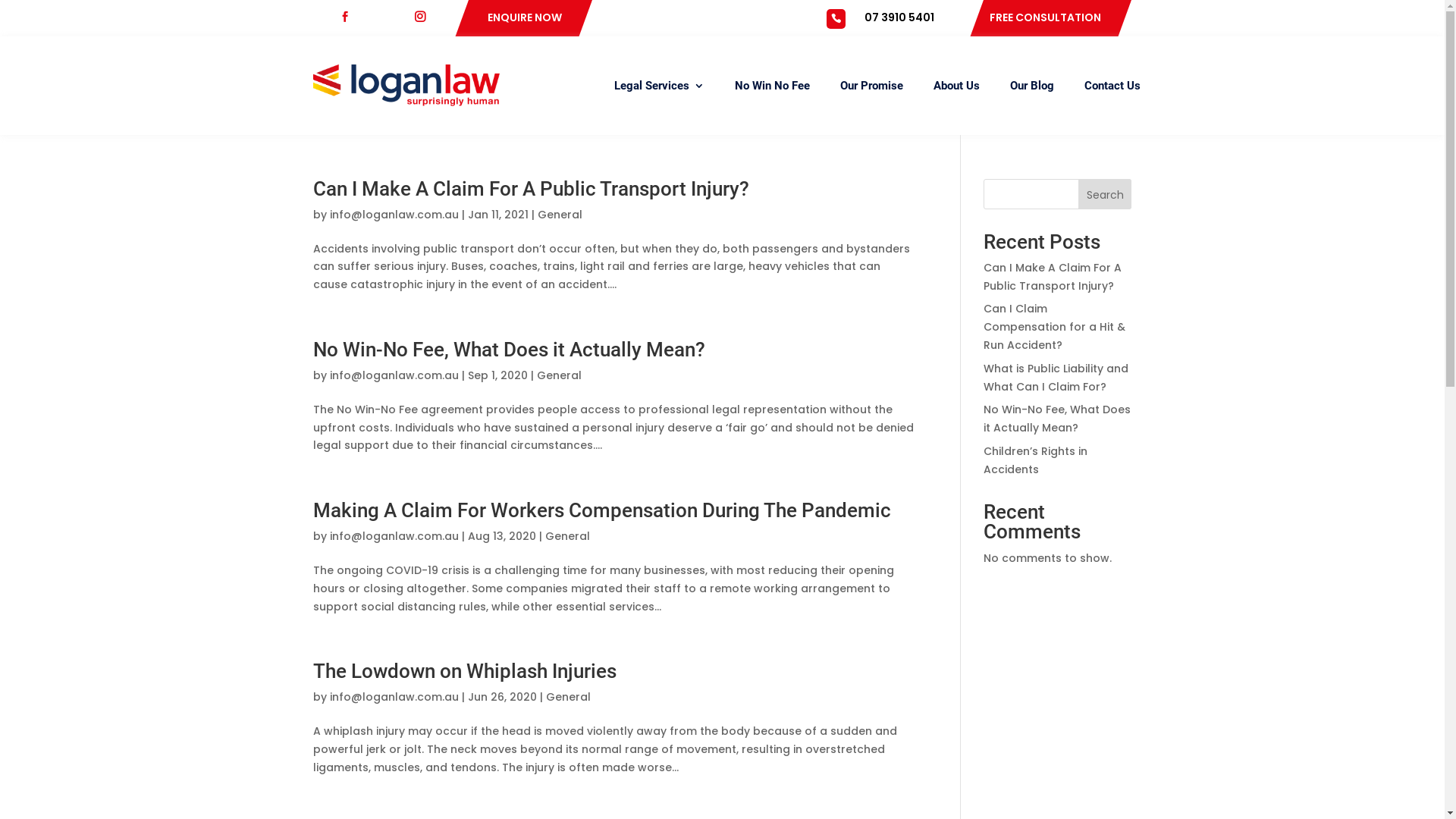  I want to click on 'No Win No Fee', so click(734, 85).